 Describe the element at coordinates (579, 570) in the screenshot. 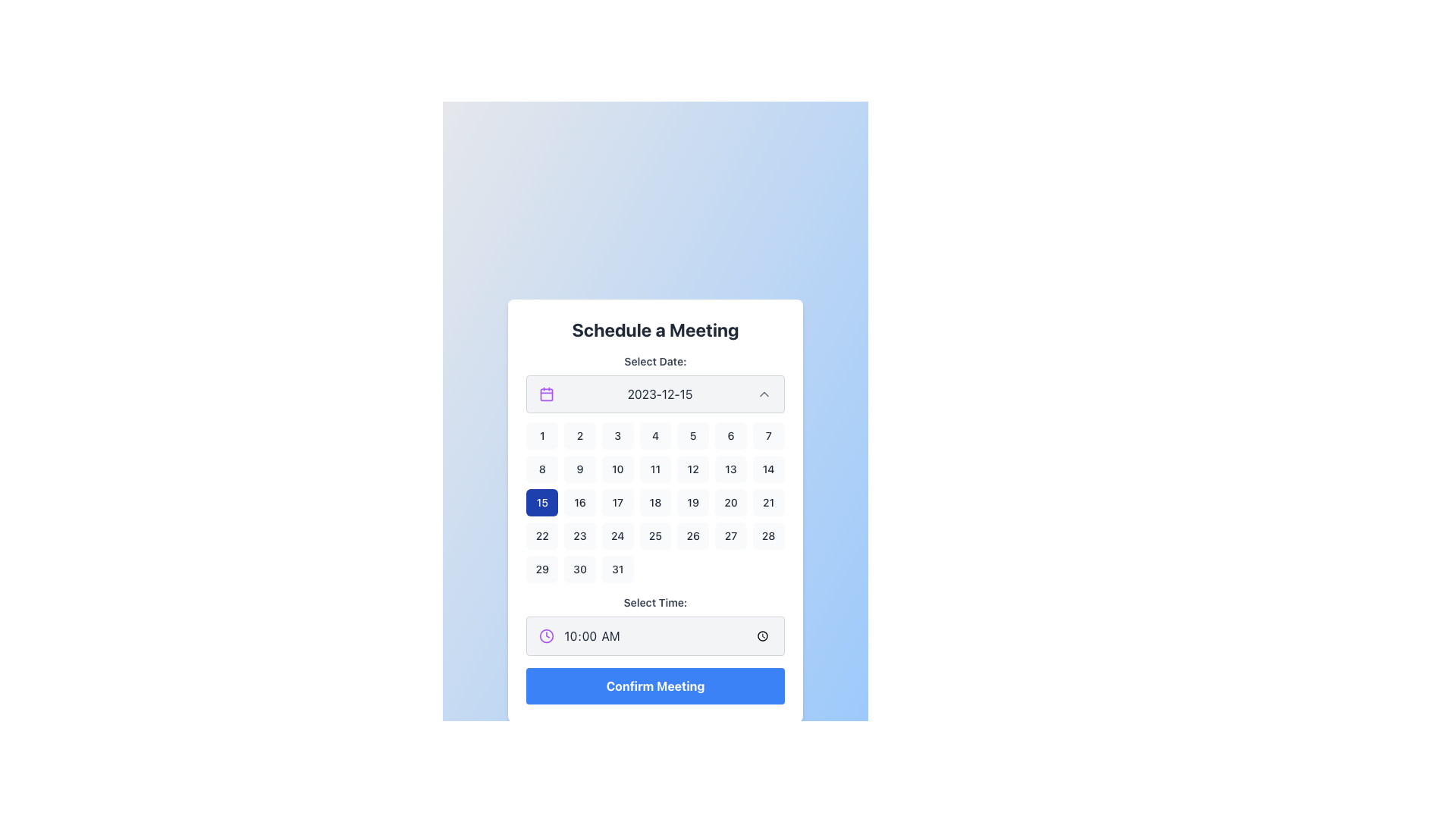

I see `the button representing the 30th day in the calendar interface` at that location.